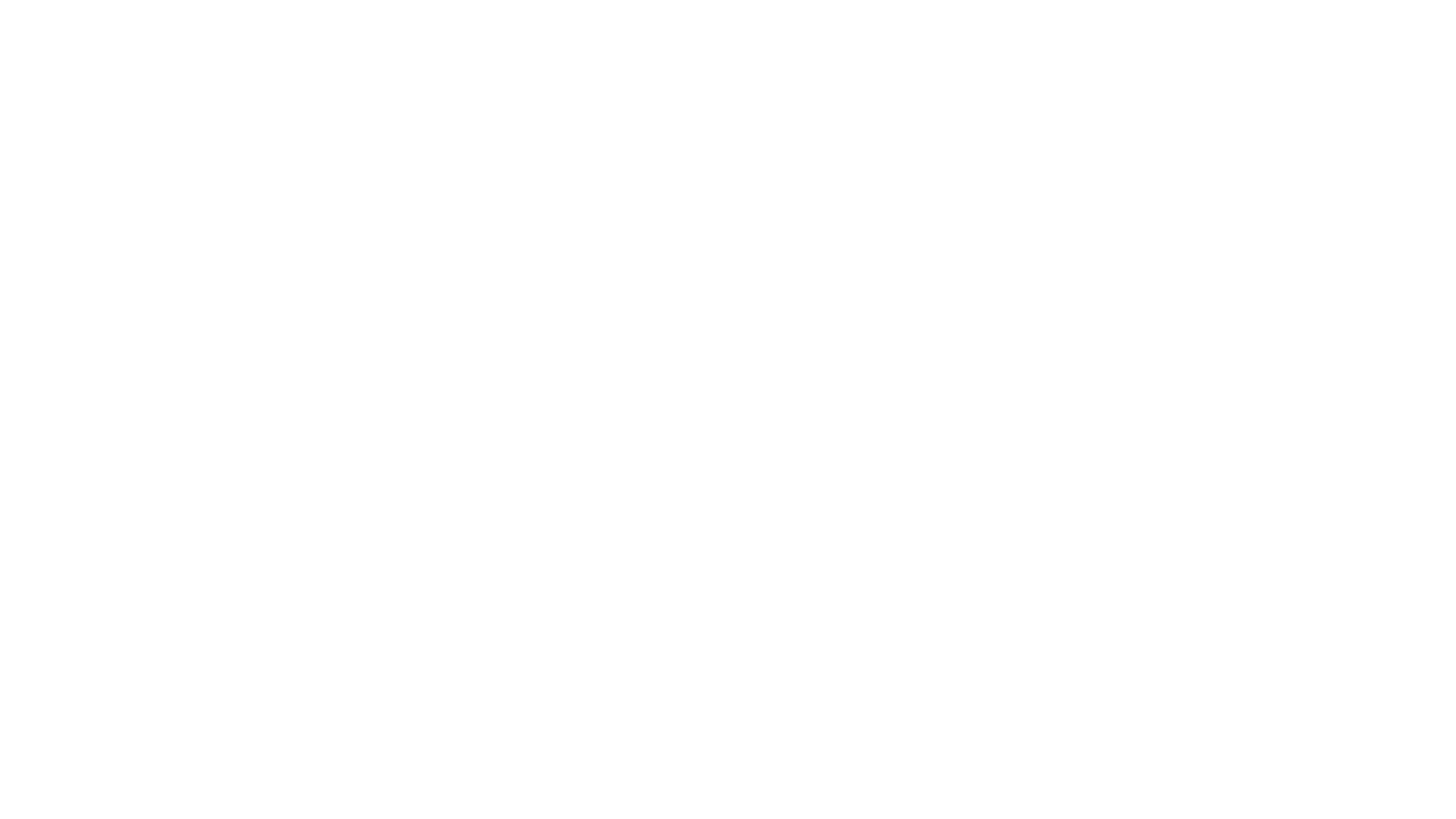  I want to click on ,By logging in, I accept the AAdvantage terms and conditions., so click(433, 457).